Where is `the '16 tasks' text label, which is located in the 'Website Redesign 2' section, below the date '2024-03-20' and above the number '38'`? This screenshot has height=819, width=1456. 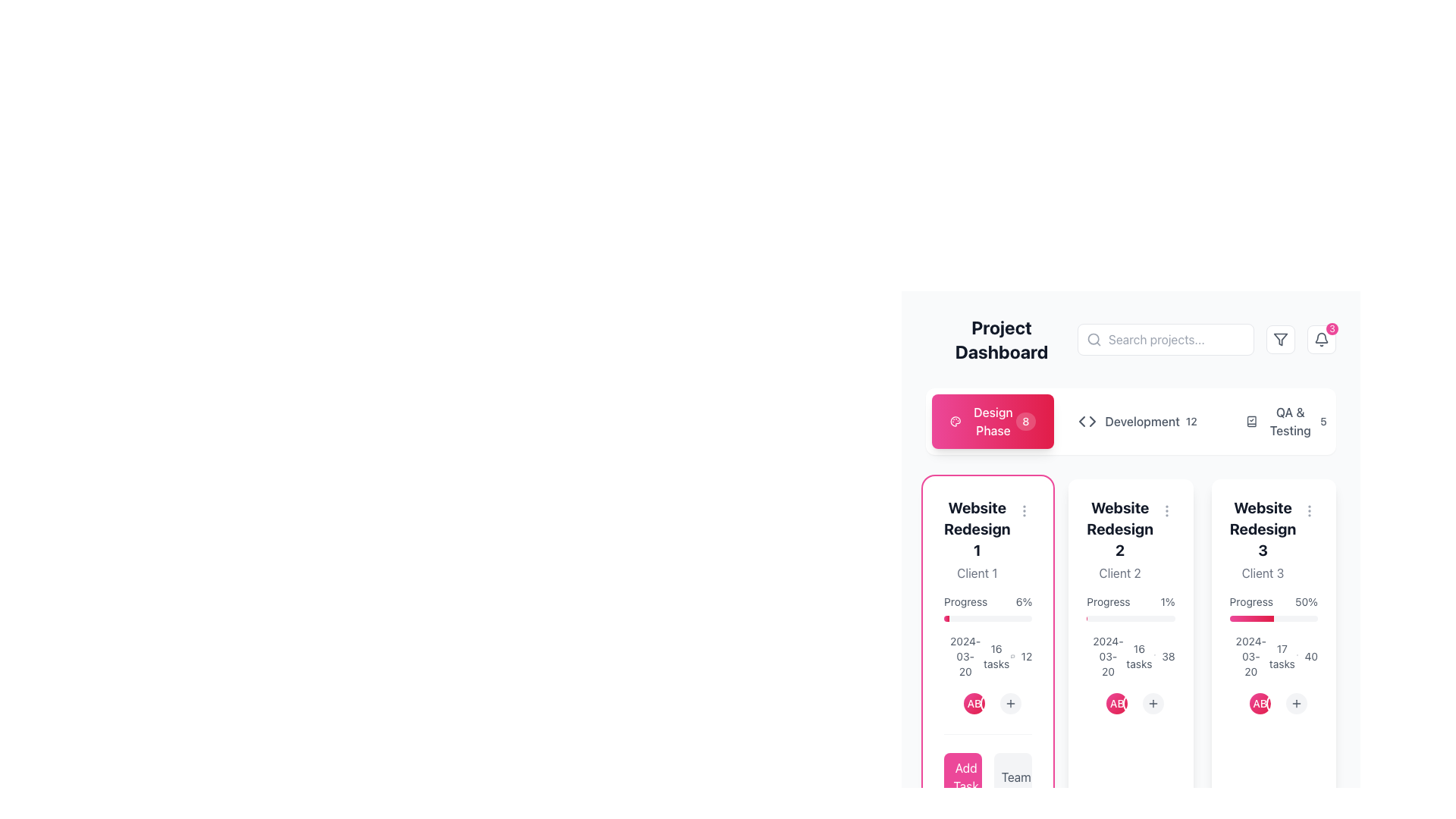
the '16 tasks' text label, which is located in the 'Website Redesign 2' section, below the date '2024-03-20' and above the number '38' is located at coordinates (1139, 656).